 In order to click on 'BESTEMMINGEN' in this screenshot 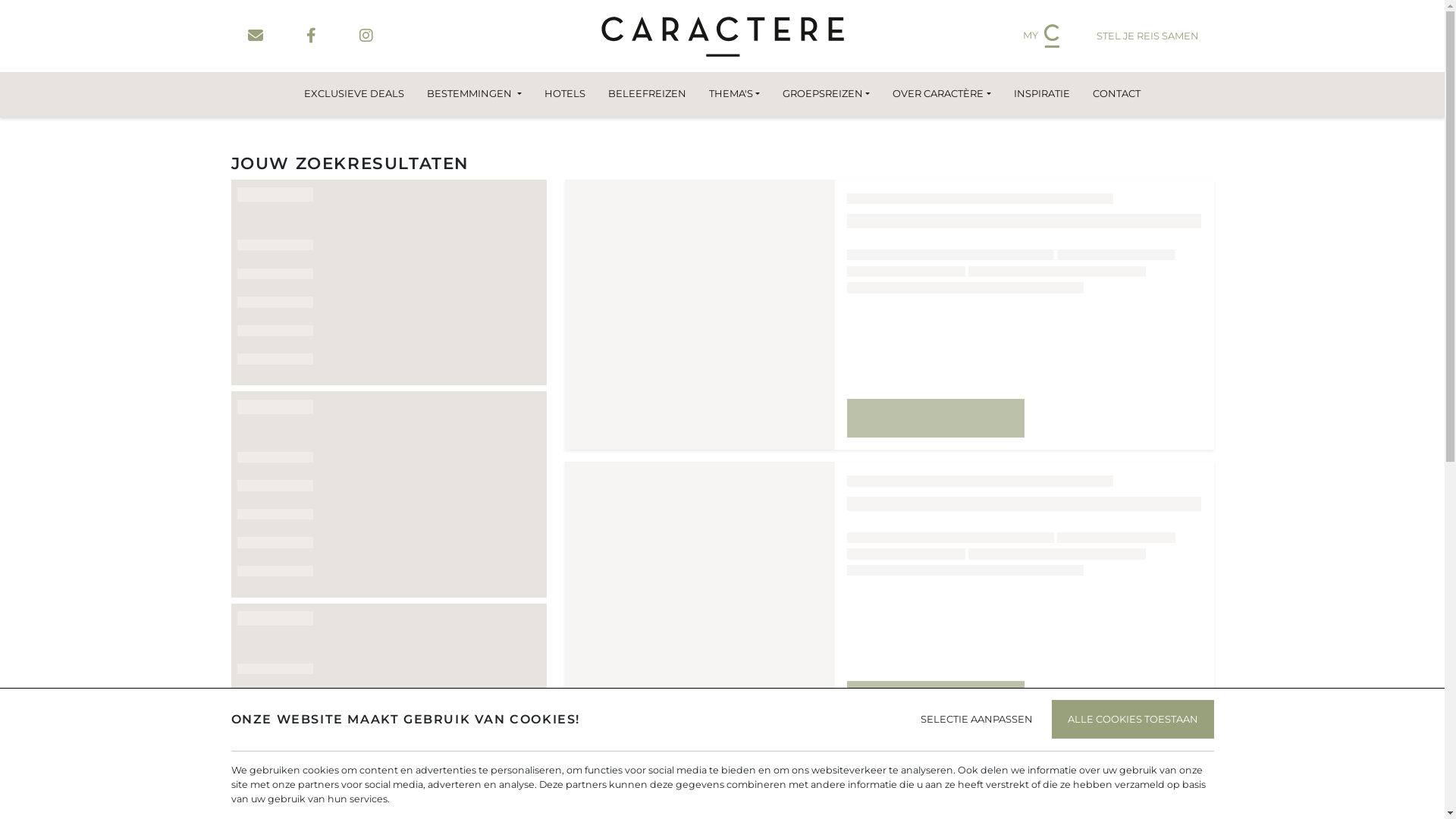, I will do `click(472, 93)`.